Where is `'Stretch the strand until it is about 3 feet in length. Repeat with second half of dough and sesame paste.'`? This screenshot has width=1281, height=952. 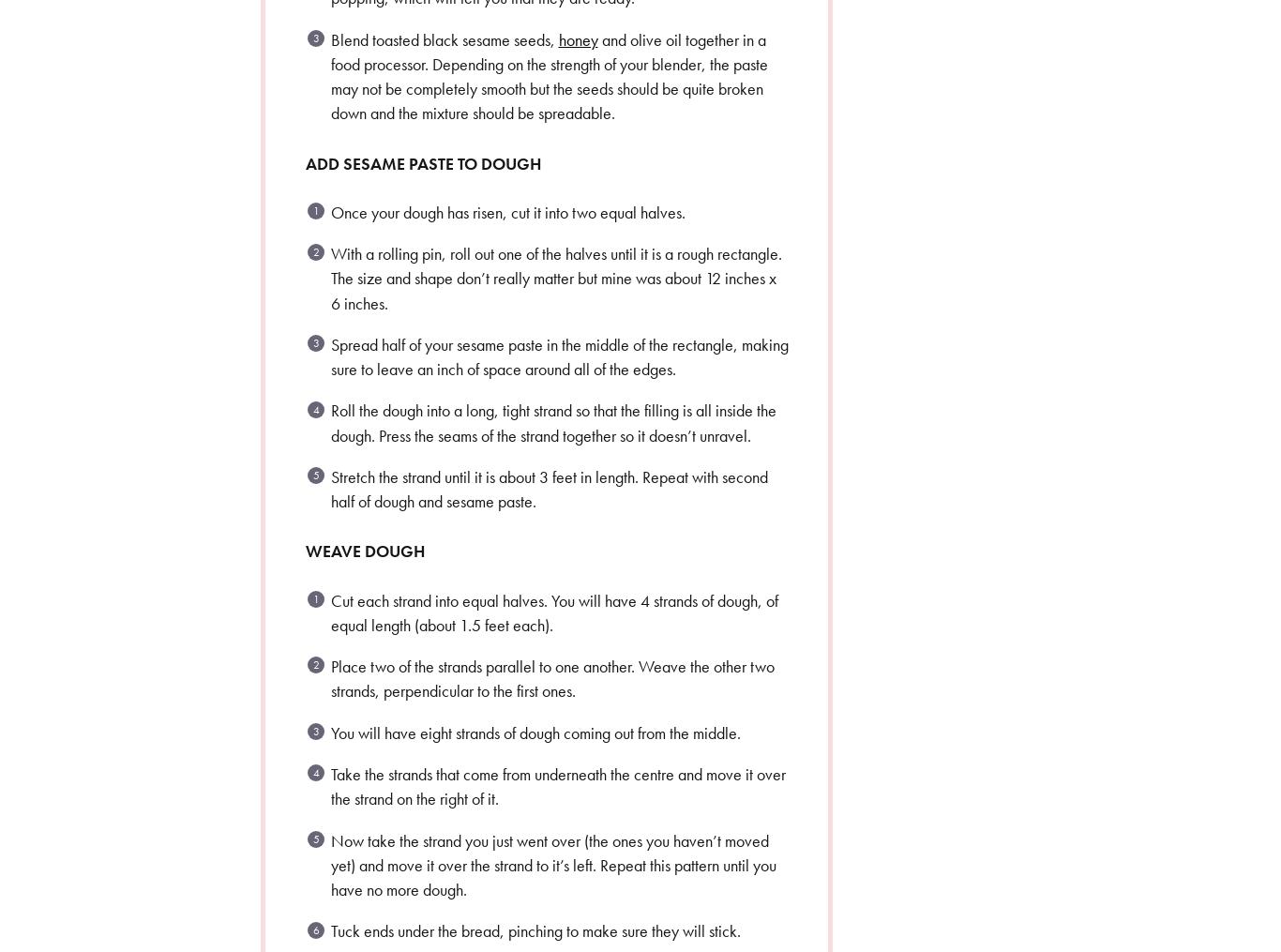
'Stretch the strand until it is about 3 feet in length. Repeat with second half of dough and sesame paste.' is located at coordinates (548, 488).